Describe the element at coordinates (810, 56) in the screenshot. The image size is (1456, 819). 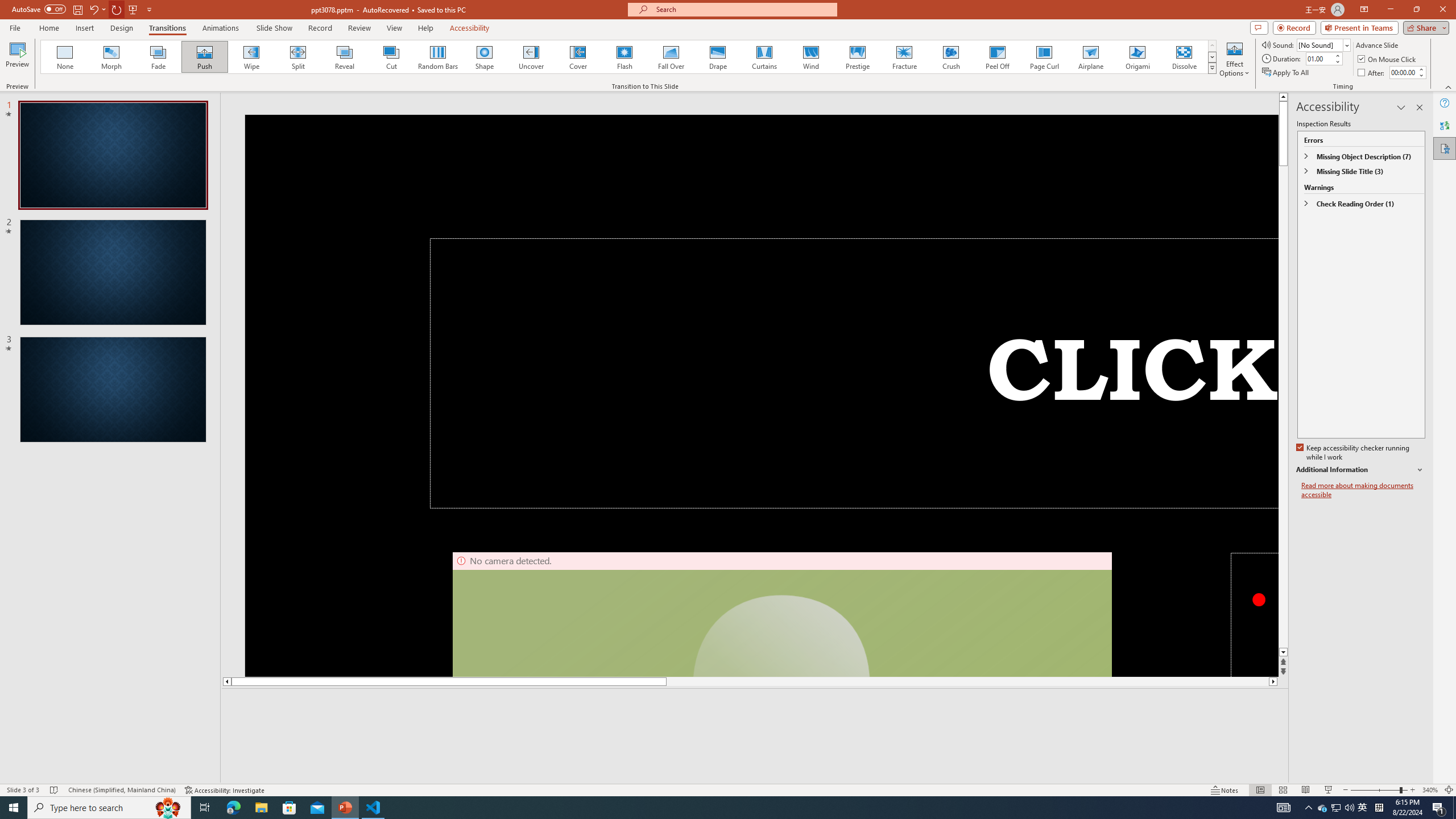
I see `'Wind'` at that location.